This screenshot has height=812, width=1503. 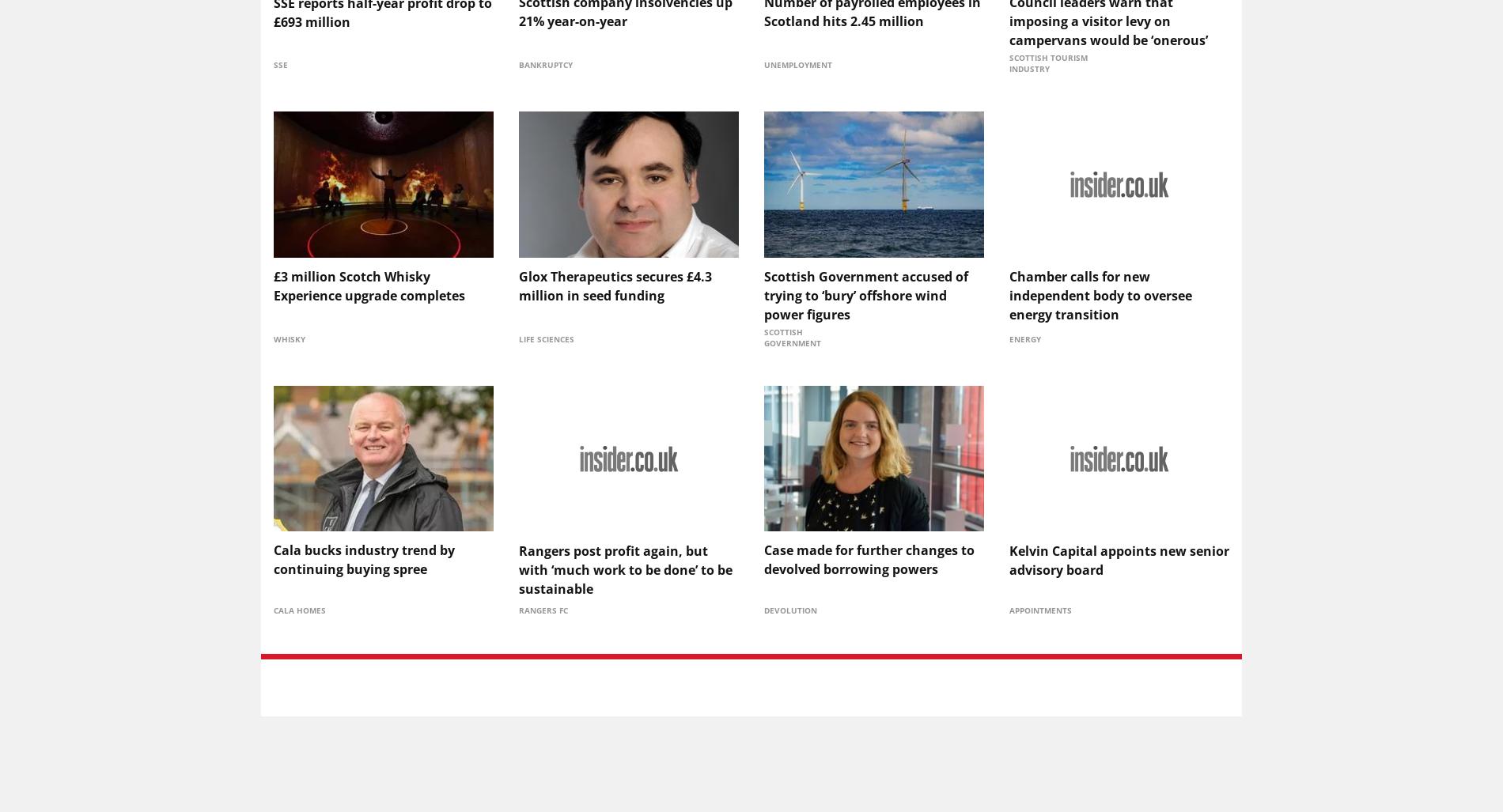 What do you see at coordinates (1024, 337) in the screenshot?
I see `'Energy'` at bounding box center [1024, 337].